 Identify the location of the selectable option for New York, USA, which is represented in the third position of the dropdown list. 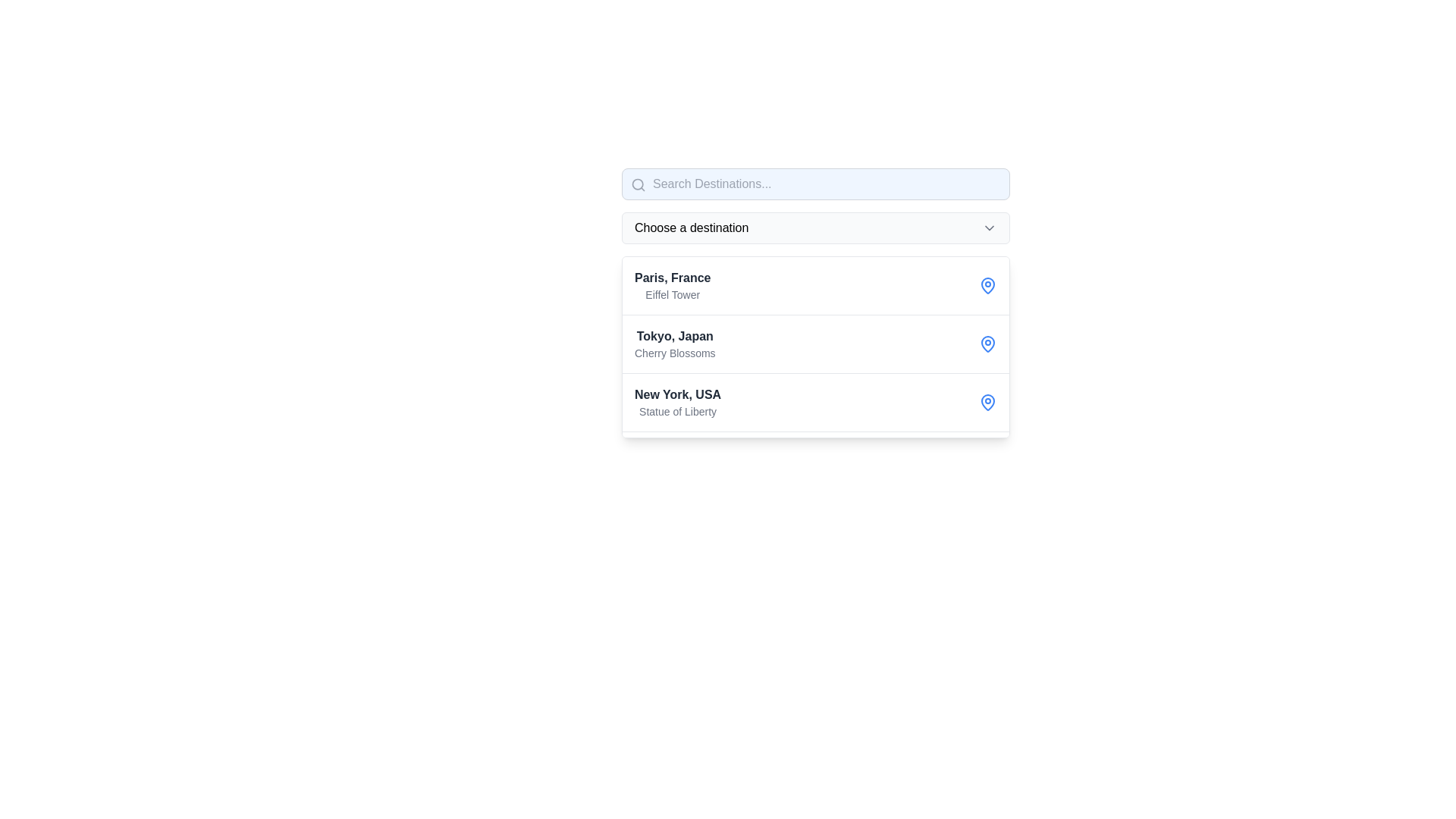
(814, 402).